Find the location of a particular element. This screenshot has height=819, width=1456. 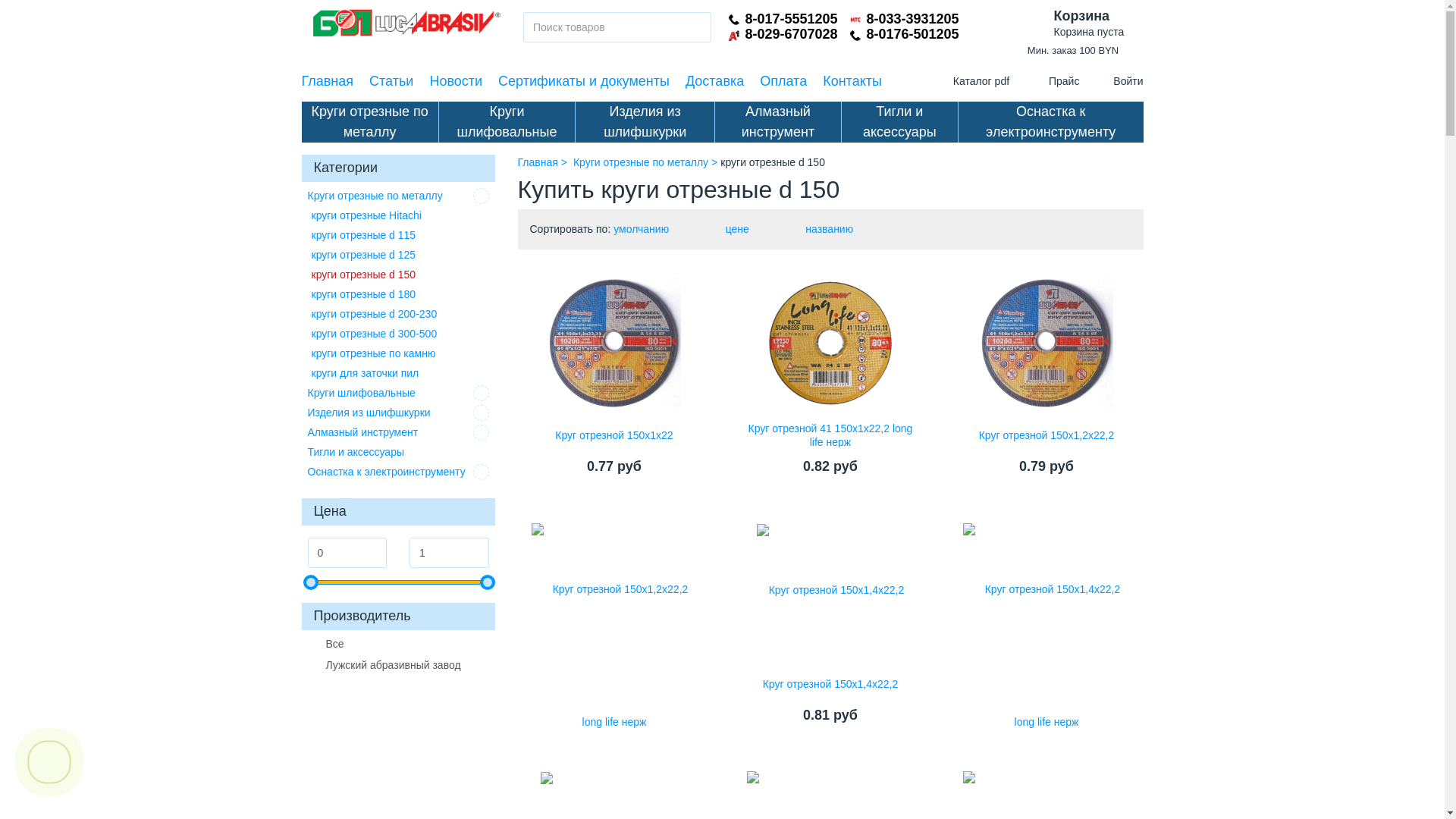

'8-029-6707028' is located at coordinates (789, 34).